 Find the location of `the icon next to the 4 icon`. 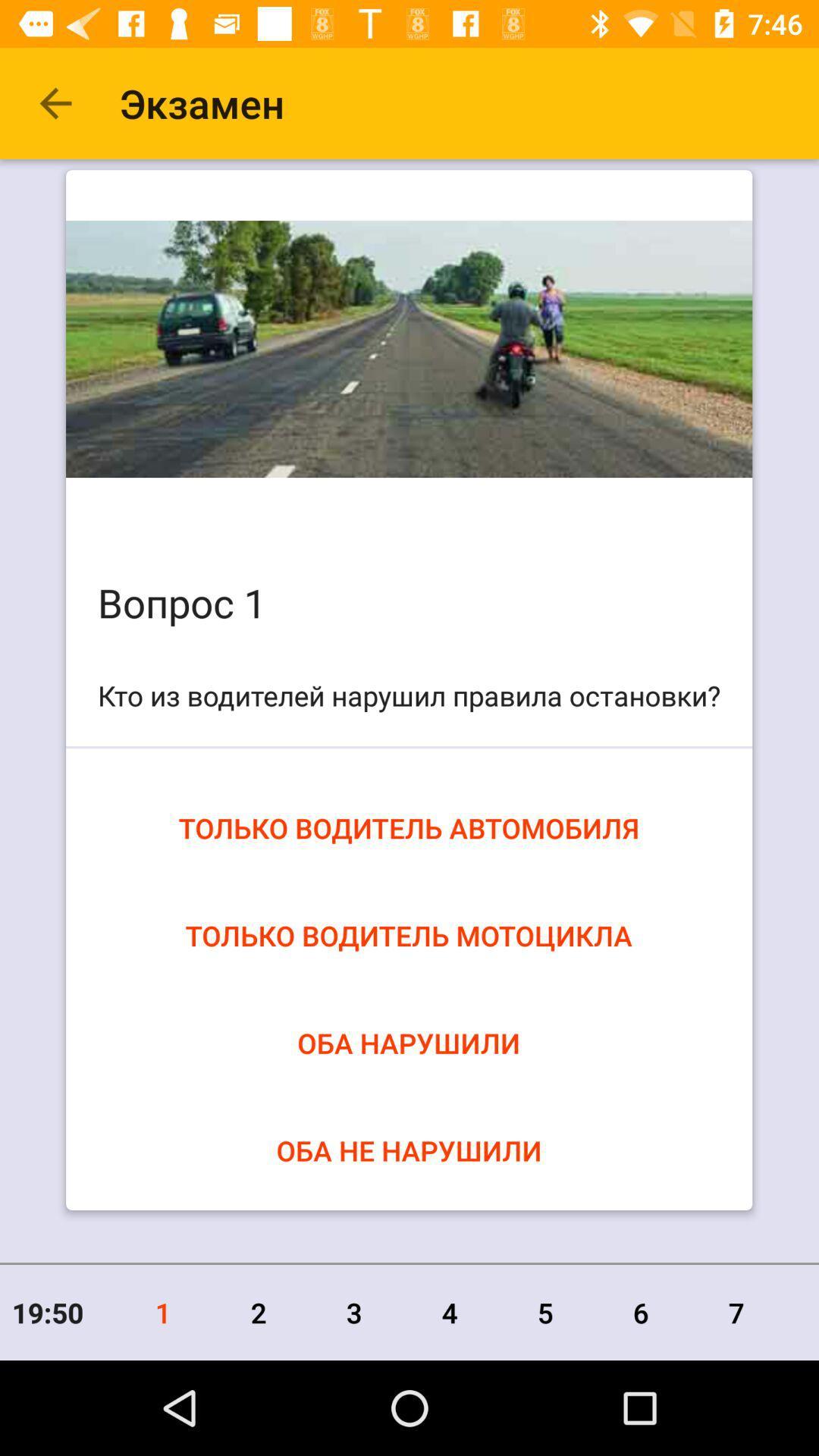

the icon next to the 4 icon is located at coordinates (544, 1312).